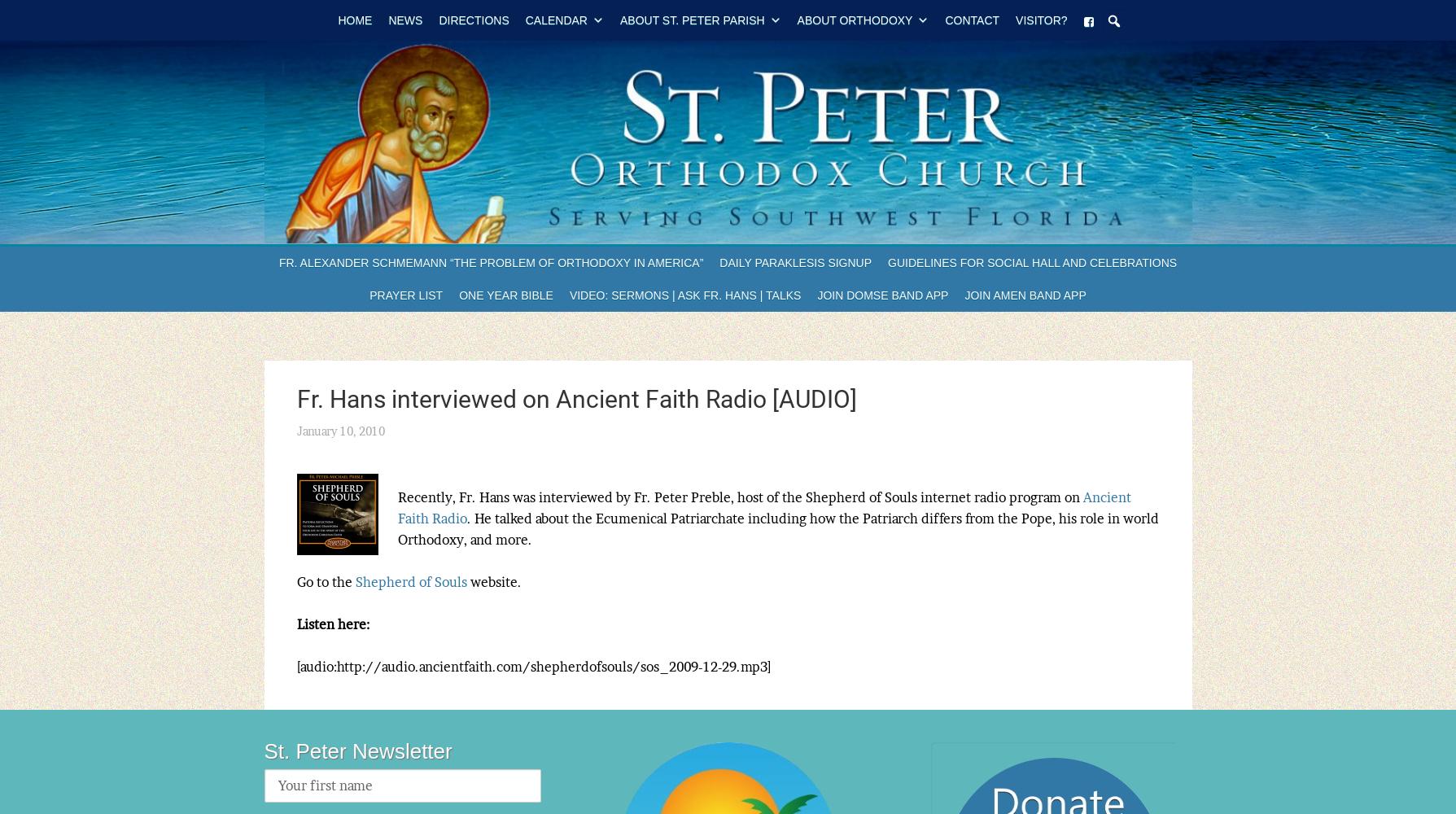  What do you see at coordinates (404, 295) in the screenshot?
I see `'Prayer List'` at bounding box center [404, 295].